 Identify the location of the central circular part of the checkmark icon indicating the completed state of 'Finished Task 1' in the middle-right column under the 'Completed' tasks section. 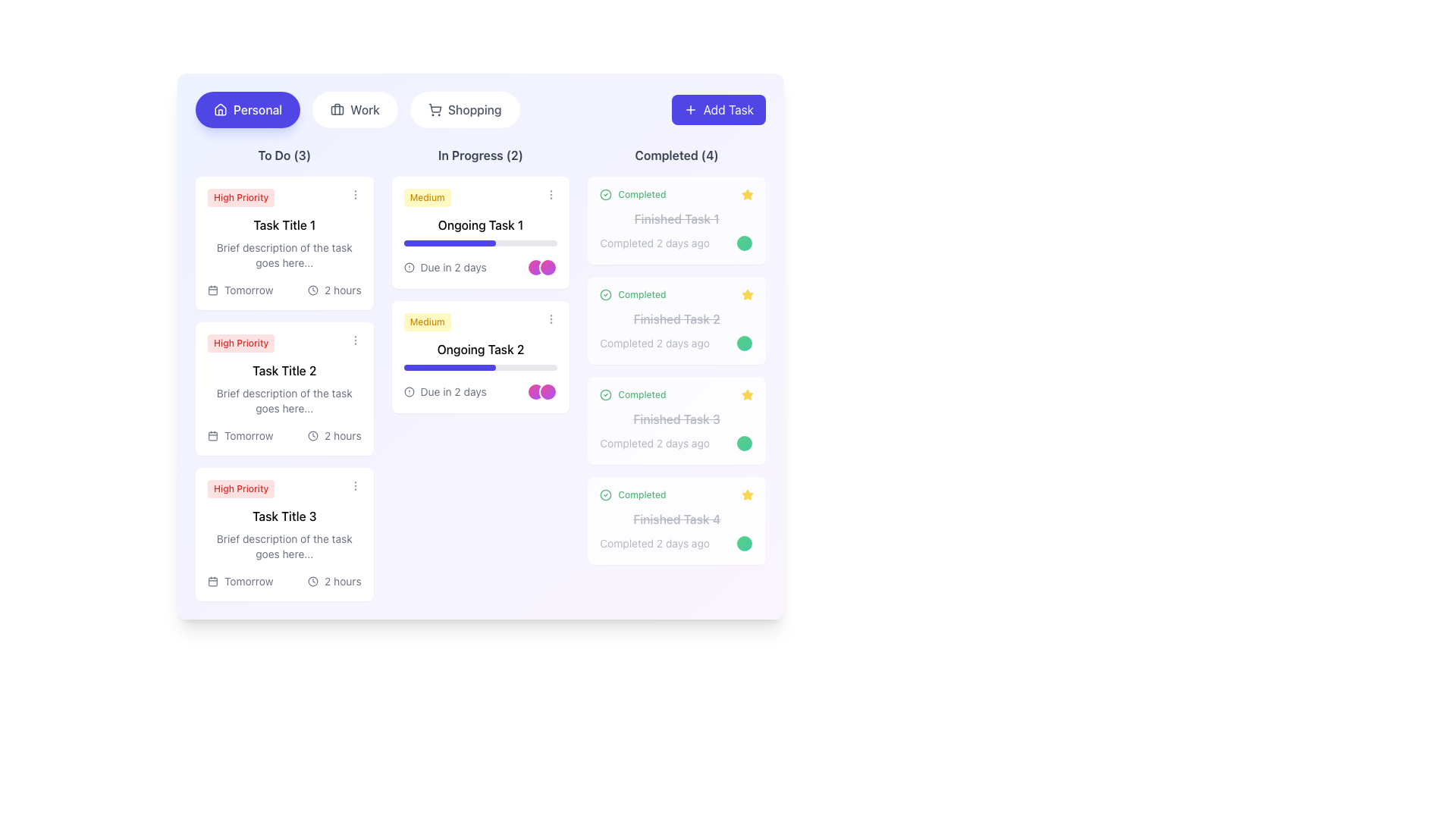
(605, 494).